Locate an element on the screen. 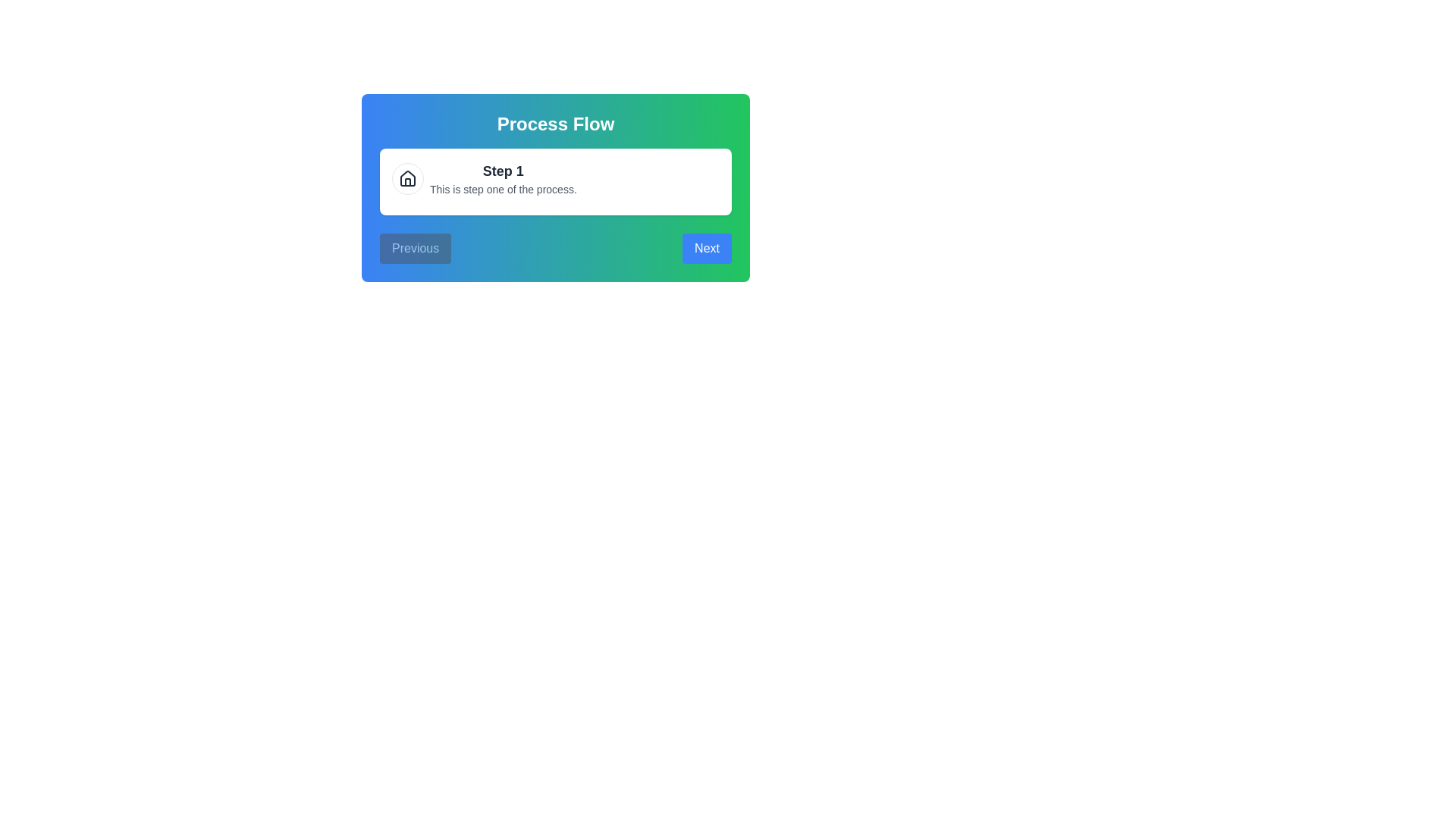 This screenshot has height=819, width=1456. the central icon within the circular button that serves as a navigation action to return to the main page in the 'Step 1' section of the interface is located at coordinates (407, 177).